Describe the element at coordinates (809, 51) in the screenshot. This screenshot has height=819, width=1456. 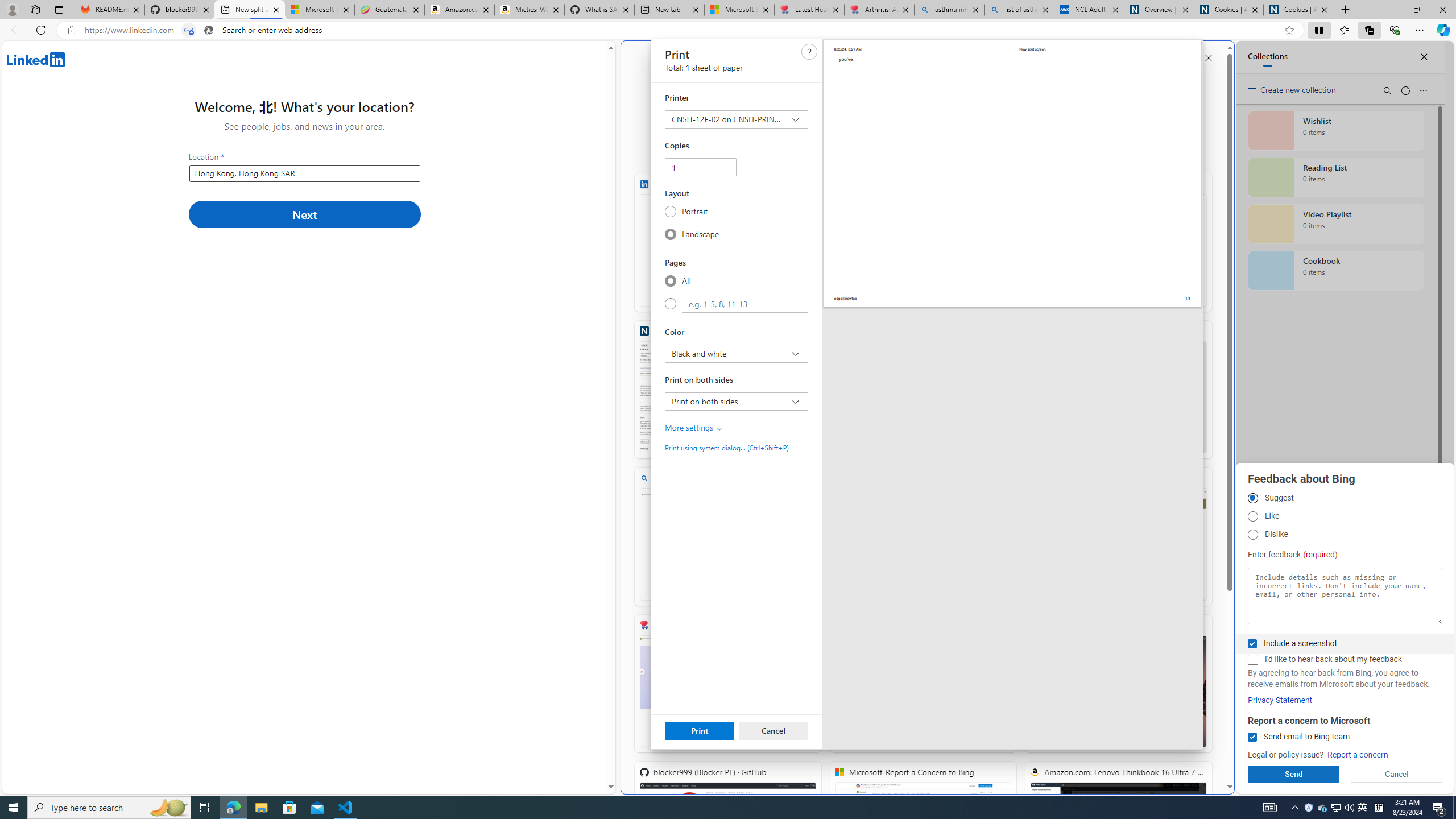
I see `'Need help'` at that location.